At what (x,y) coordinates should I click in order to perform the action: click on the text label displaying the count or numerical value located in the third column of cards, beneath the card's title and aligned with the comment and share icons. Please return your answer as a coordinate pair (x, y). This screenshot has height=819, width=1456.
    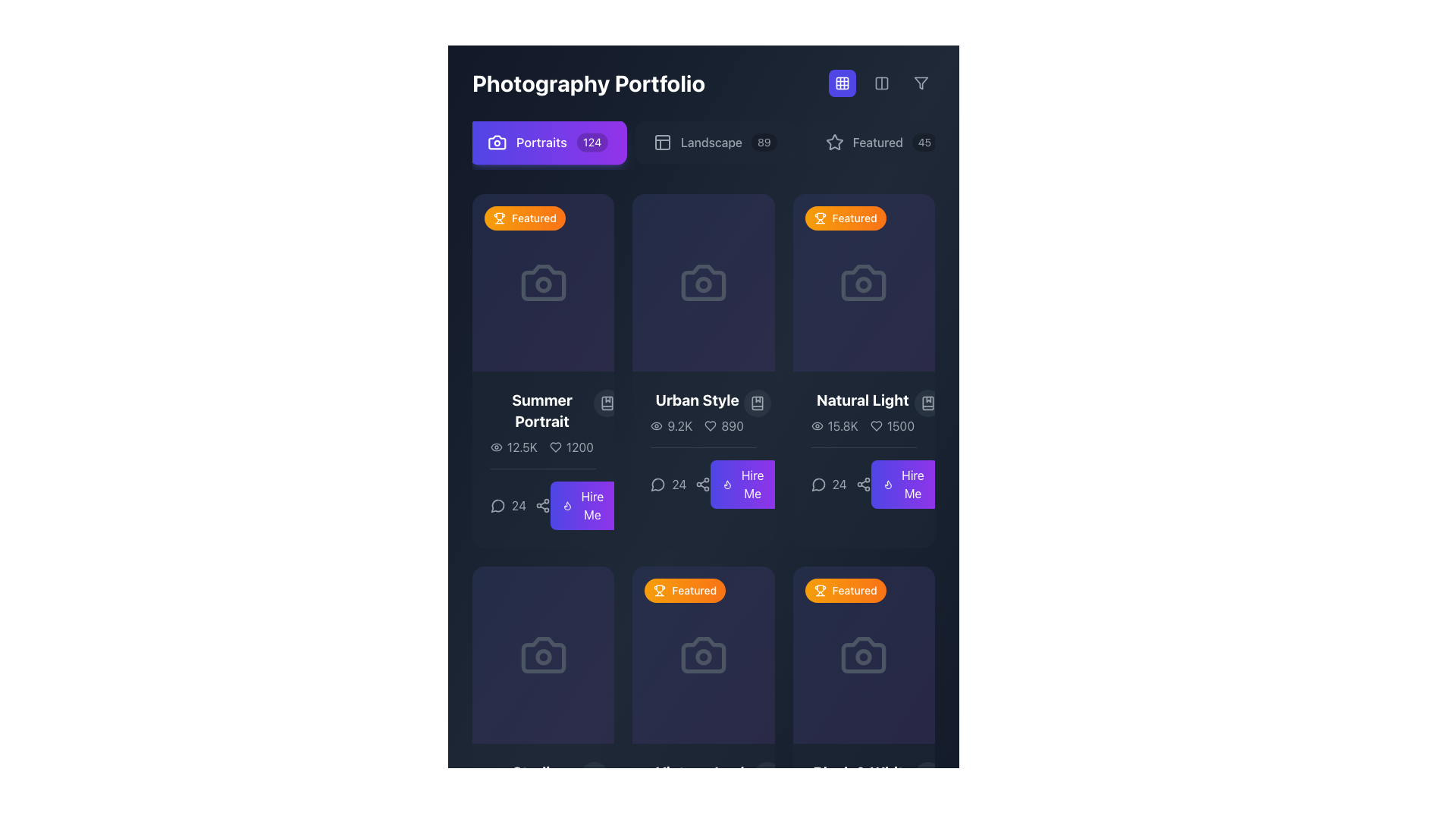
    Looking at the image, I should click on (679, 485).